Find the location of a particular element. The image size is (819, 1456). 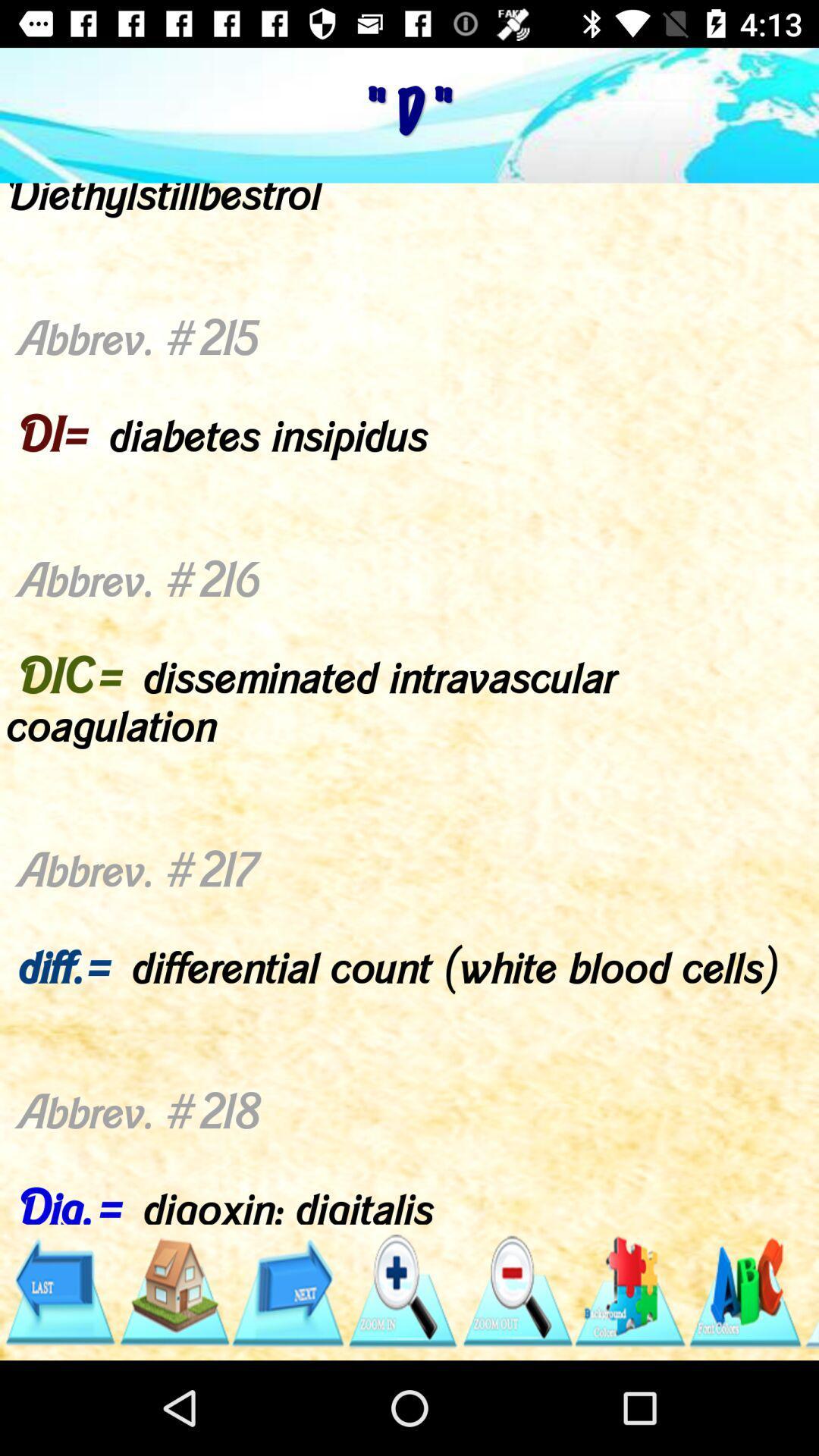

the arrow_forward icon is located at coordinates (287, 1291).